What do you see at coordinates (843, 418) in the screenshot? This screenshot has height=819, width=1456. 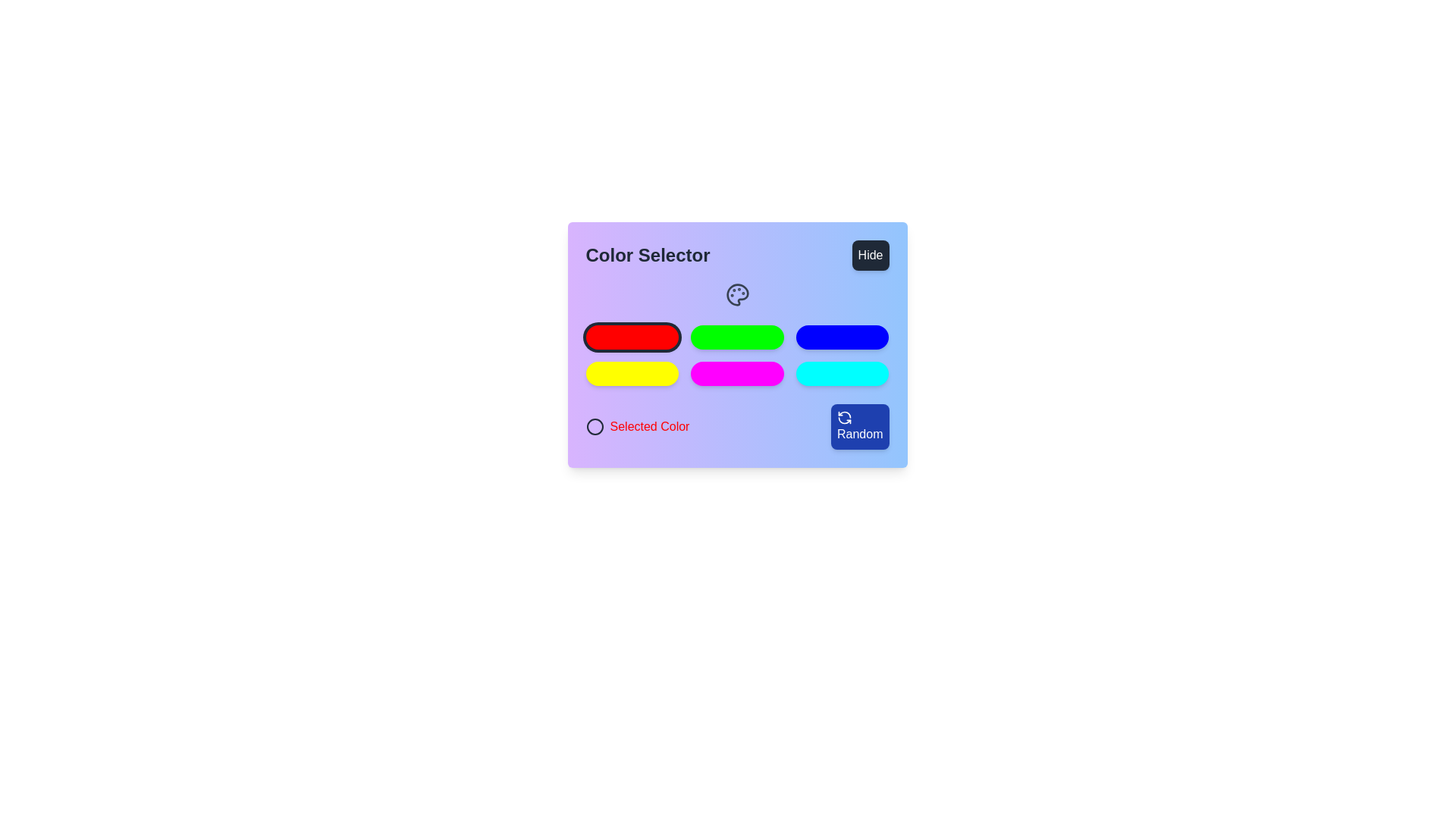 I see `the 'random' icon located within the 'Random' button in the bottom-right corner of the color selection interface` at bounding box center [843, 418].